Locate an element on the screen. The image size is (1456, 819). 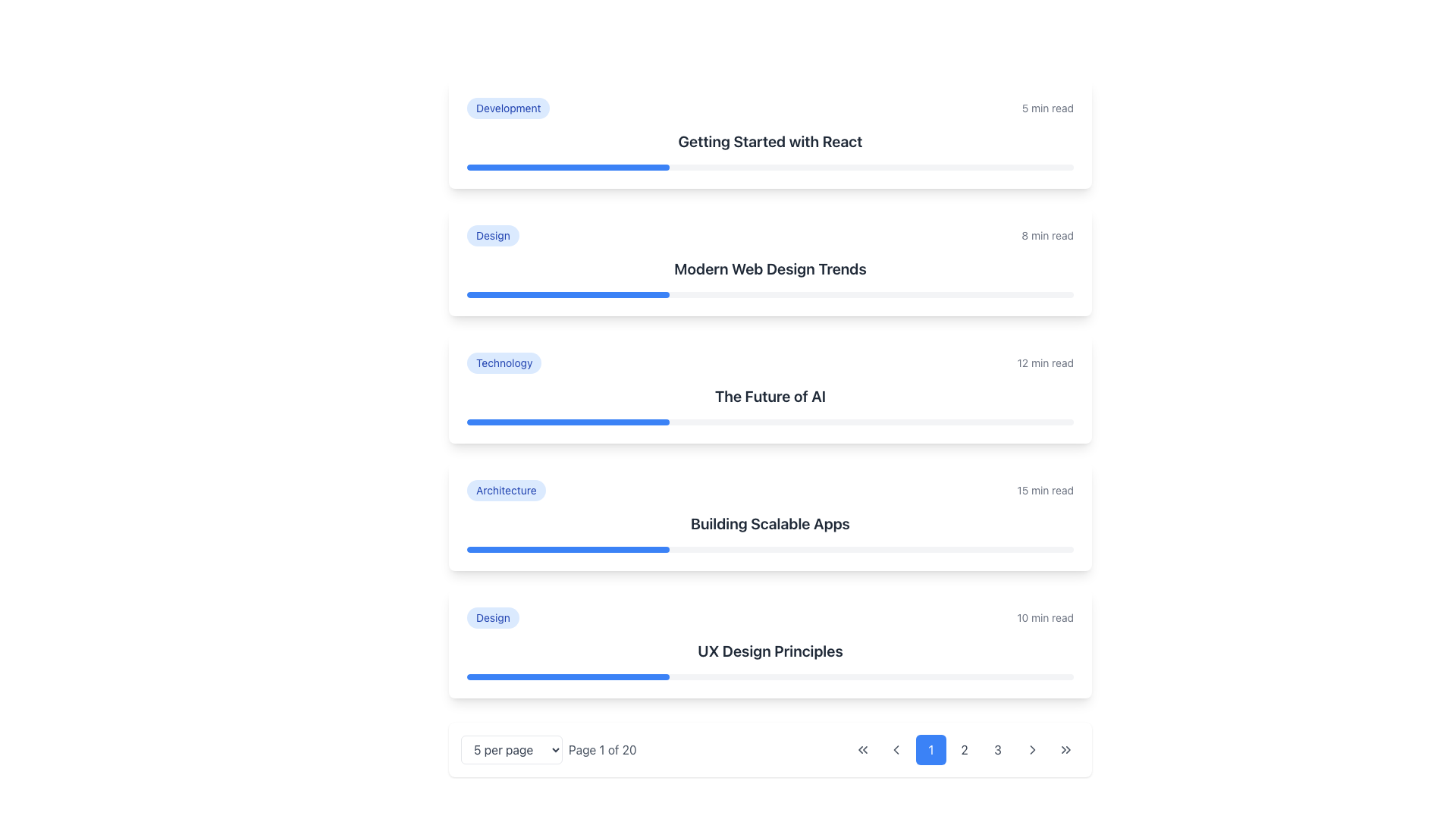
the button with the numerical '2' at its center is located at coordinates (964, 748).